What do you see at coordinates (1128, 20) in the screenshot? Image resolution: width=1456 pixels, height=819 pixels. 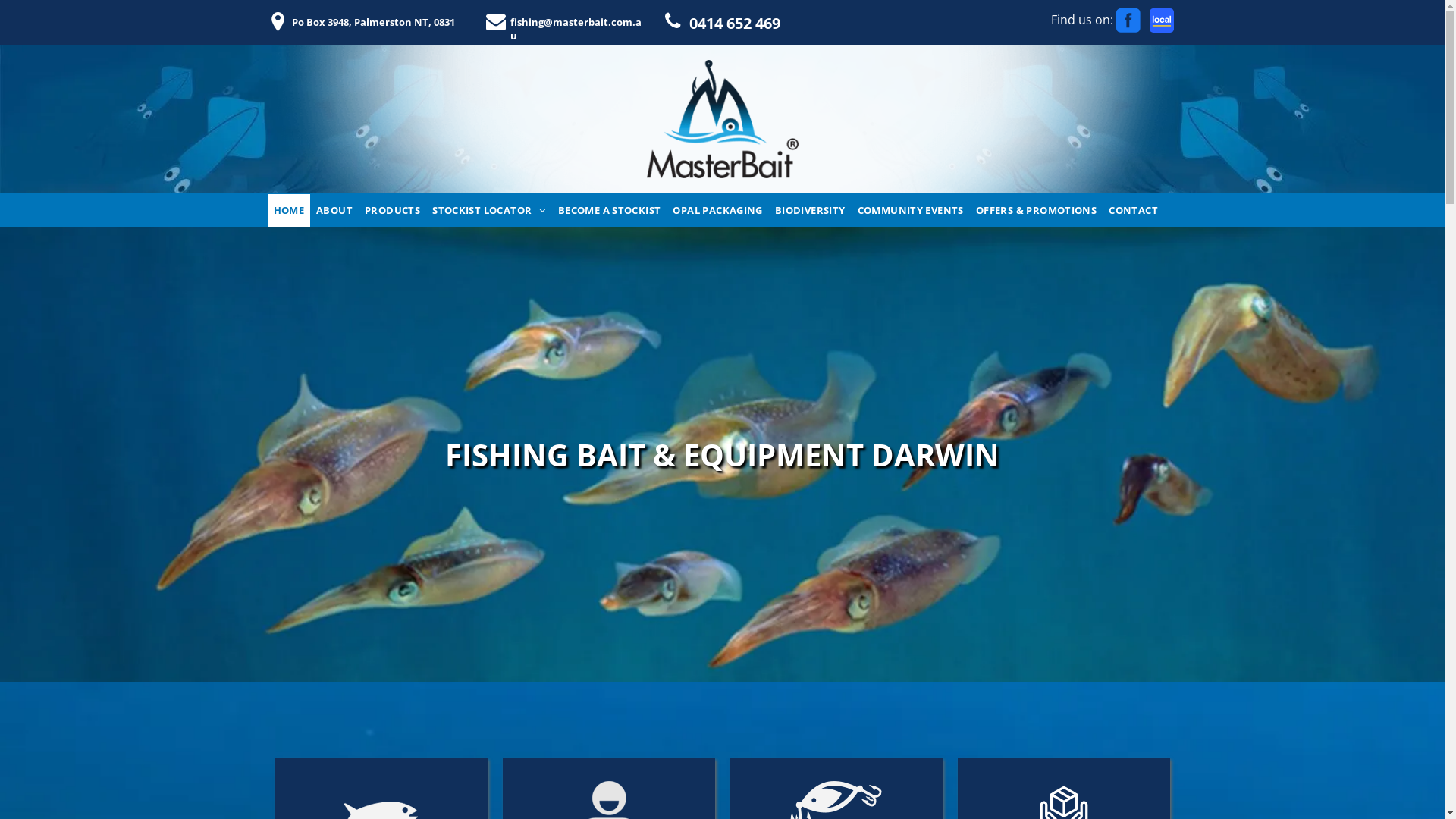 I see `'Find Us On Facebook'` at bounding box center [1128, 20].